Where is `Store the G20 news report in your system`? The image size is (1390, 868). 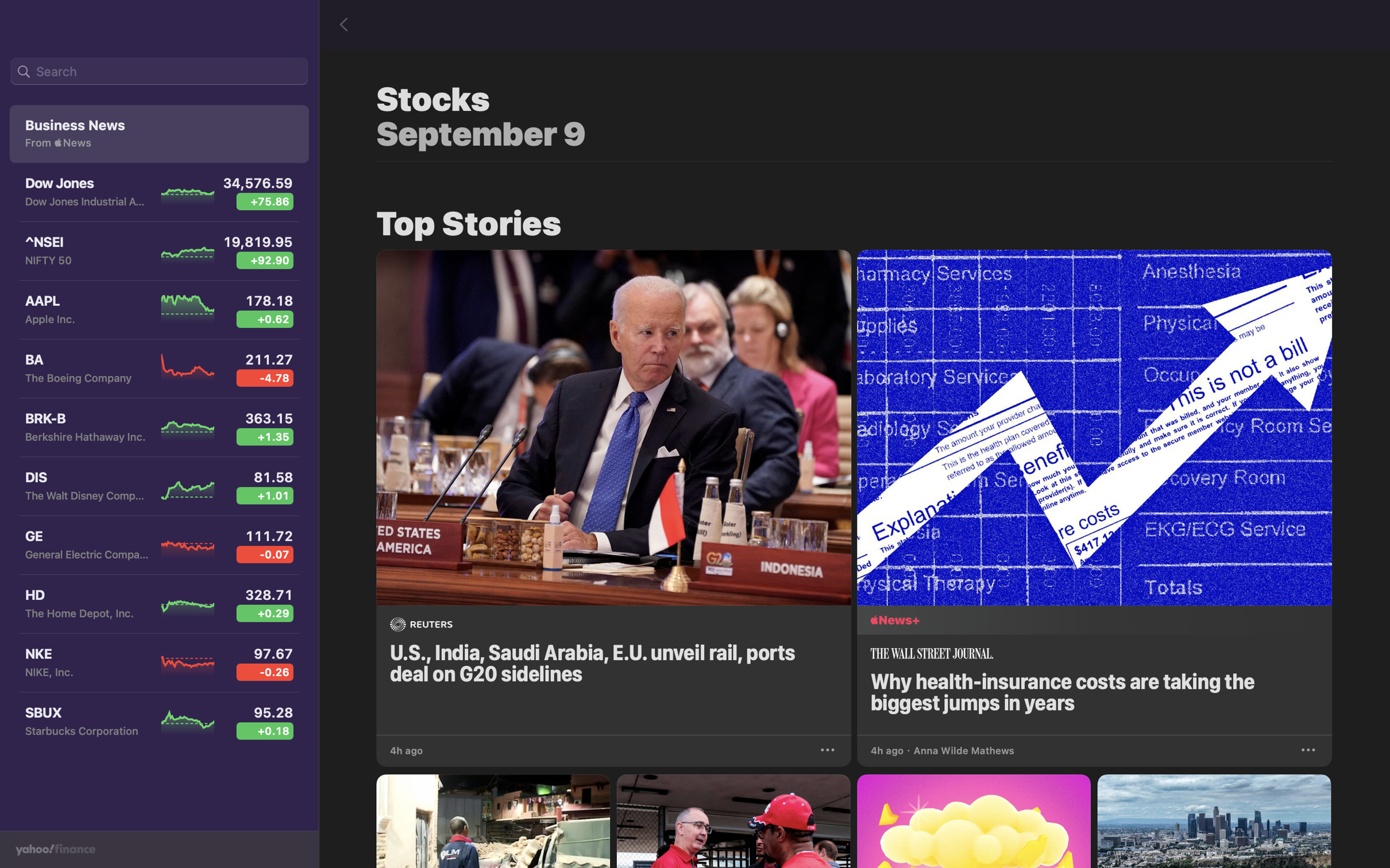
Store the G20 news report in your system is located at coordinates (829, 748).